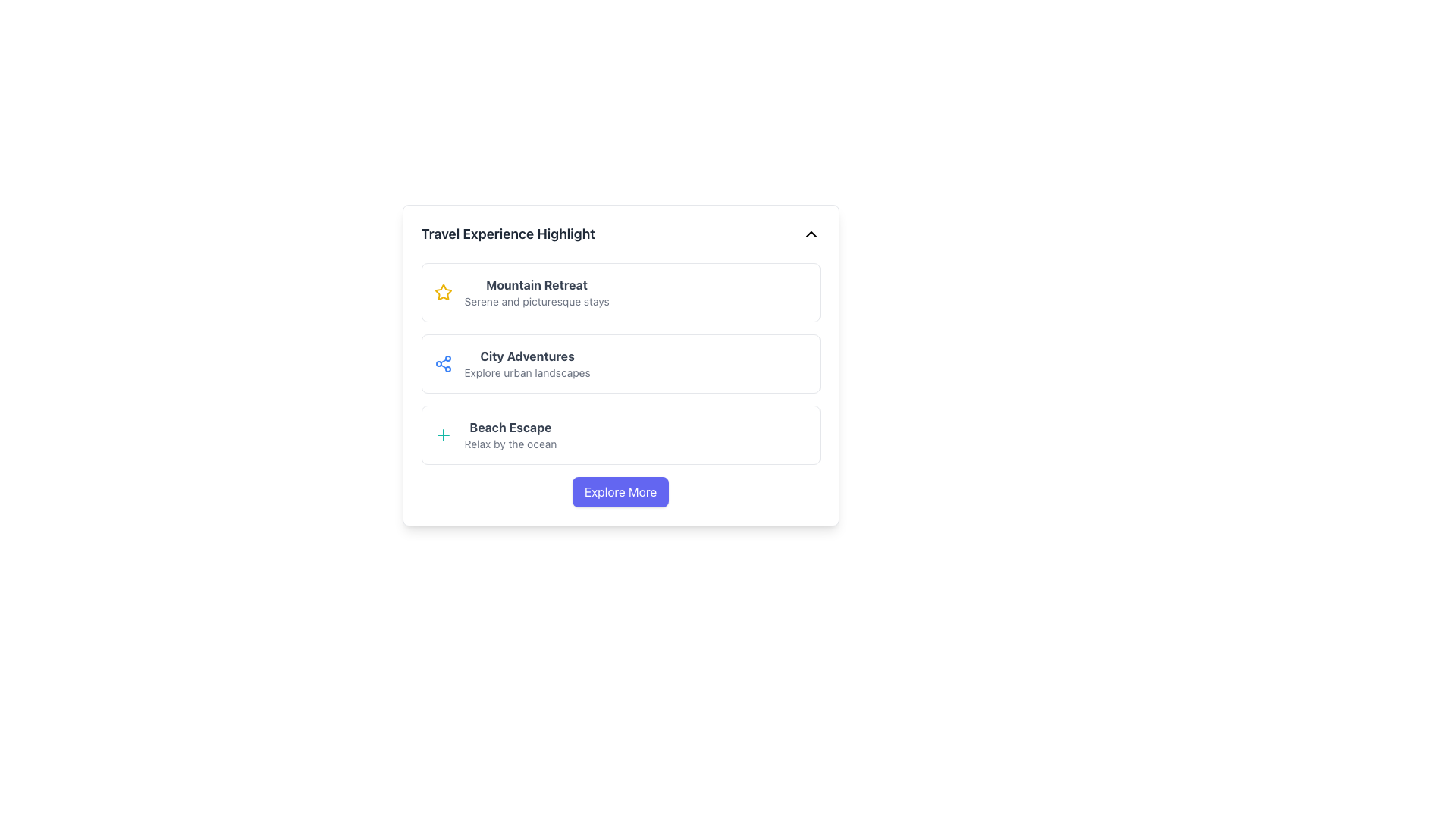 The image size is (1456, 819). Describe the element at coordinates (510, 444) in the screenshot. I see `the static descriptive text that provides additional information about the 'Beach Escape' option, located within the card-like section labeled 'Beach Escape'` at that location.